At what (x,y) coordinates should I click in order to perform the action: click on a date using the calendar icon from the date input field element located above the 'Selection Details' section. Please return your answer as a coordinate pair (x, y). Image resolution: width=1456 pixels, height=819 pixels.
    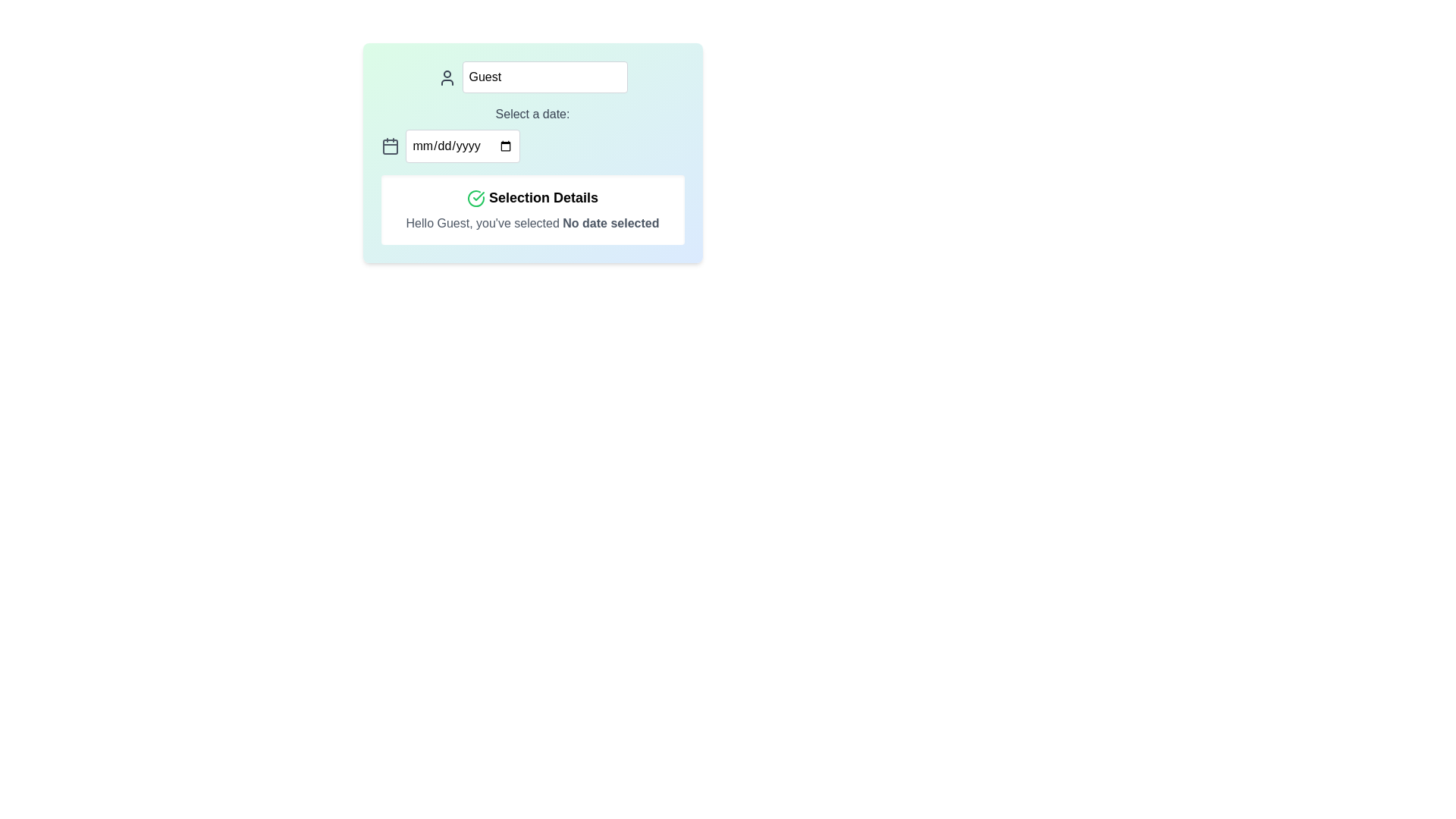
    Looking at the image, I should click on (532, 133).